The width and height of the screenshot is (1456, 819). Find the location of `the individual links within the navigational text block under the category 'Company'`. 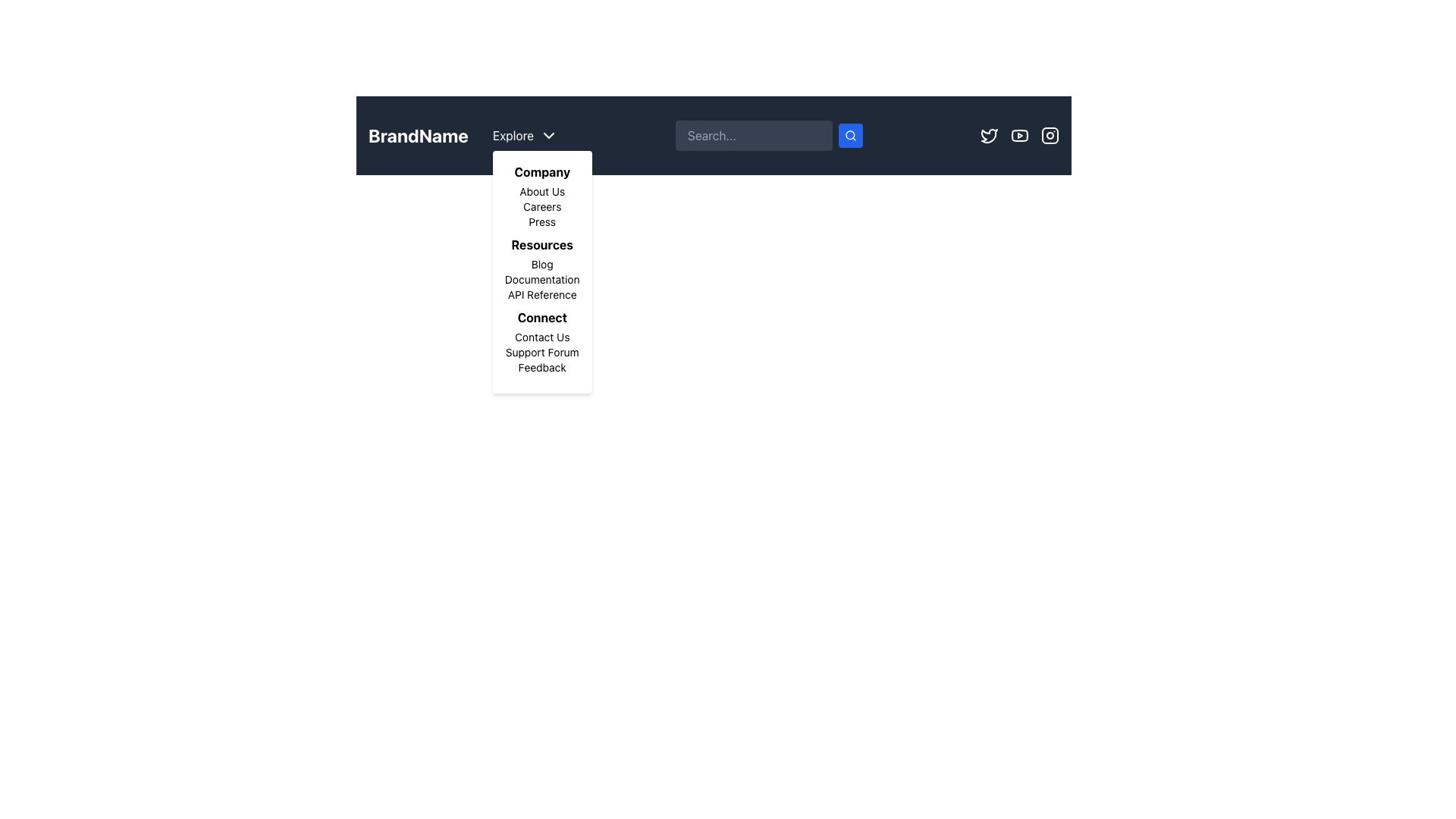

the individual links within the navigational text block under the category 'Company' is located at coordinates (542, 195).